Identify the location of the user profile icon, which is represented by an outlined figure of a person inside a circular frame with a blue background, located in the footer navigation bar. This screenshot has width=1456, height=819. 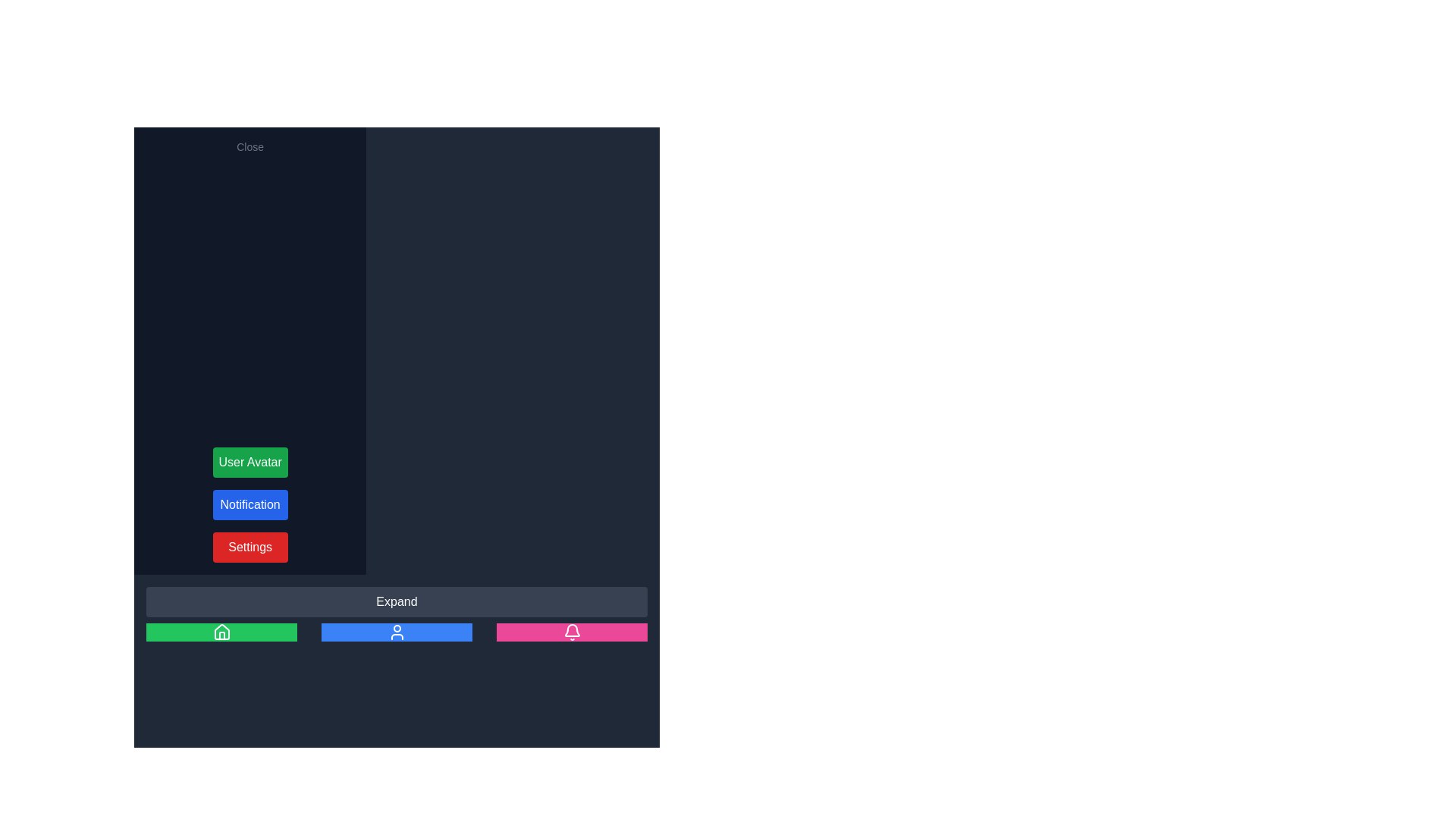
(397, 632).